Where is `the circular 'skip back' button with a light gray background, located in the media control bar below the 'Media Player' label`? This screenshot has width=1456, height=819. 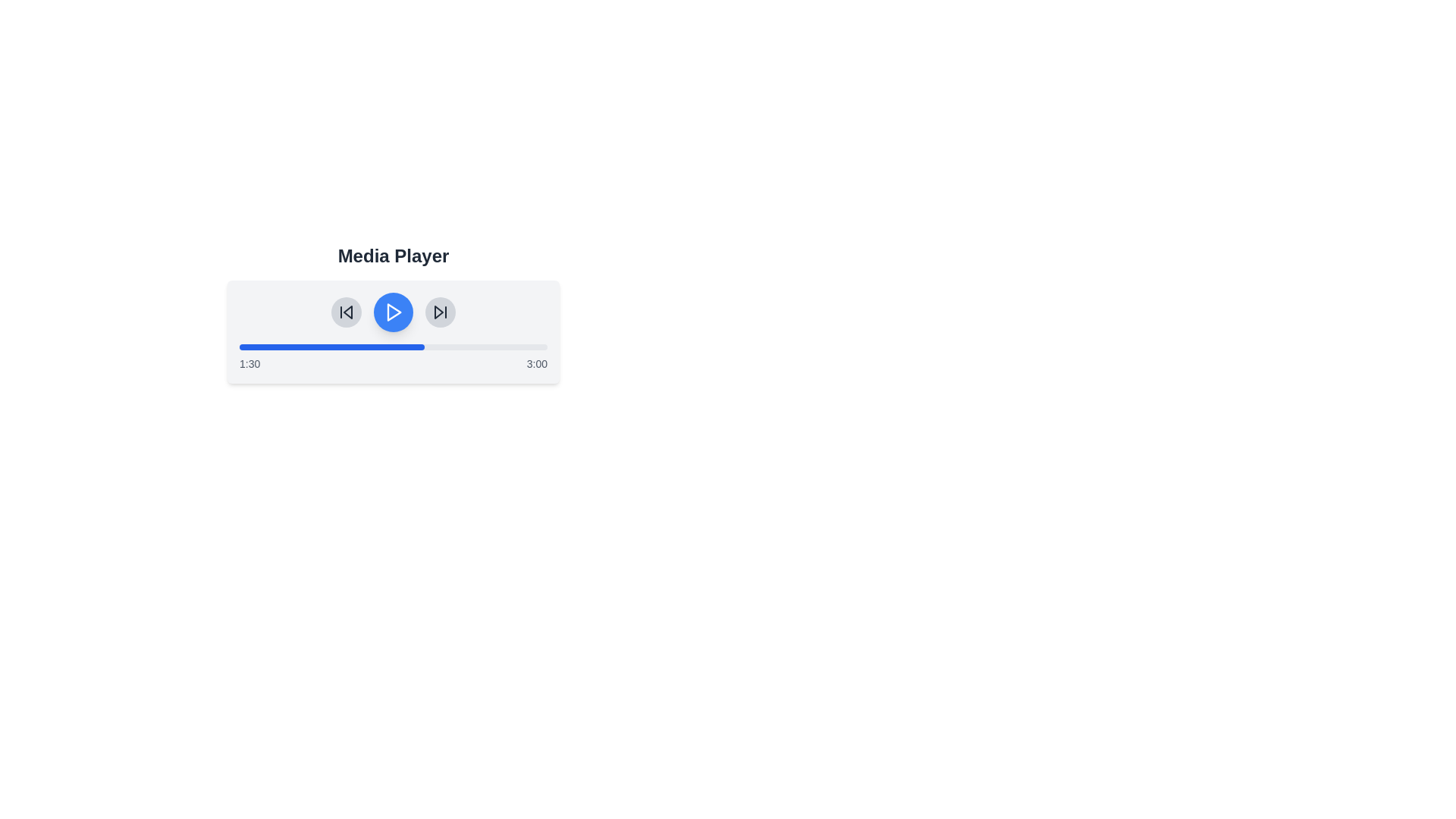 the circular 'skip back' button with a light gray background, located in the media control bar below the 'Media Player' label is located at coordinates (345, 312).